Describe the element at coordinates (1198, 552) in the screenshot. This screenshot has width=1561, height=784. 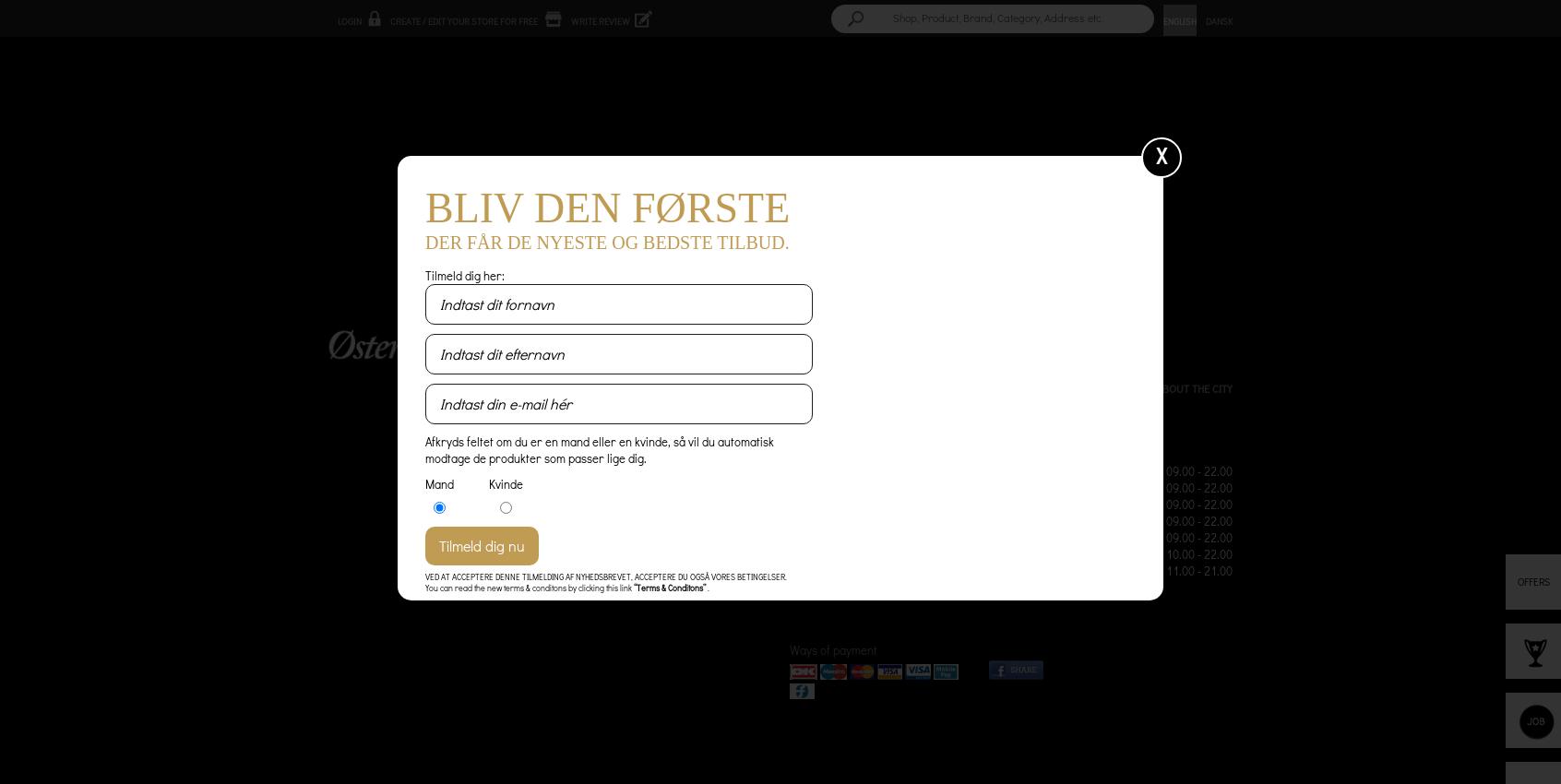
I see `'10.00 - 22.00'` at that location.